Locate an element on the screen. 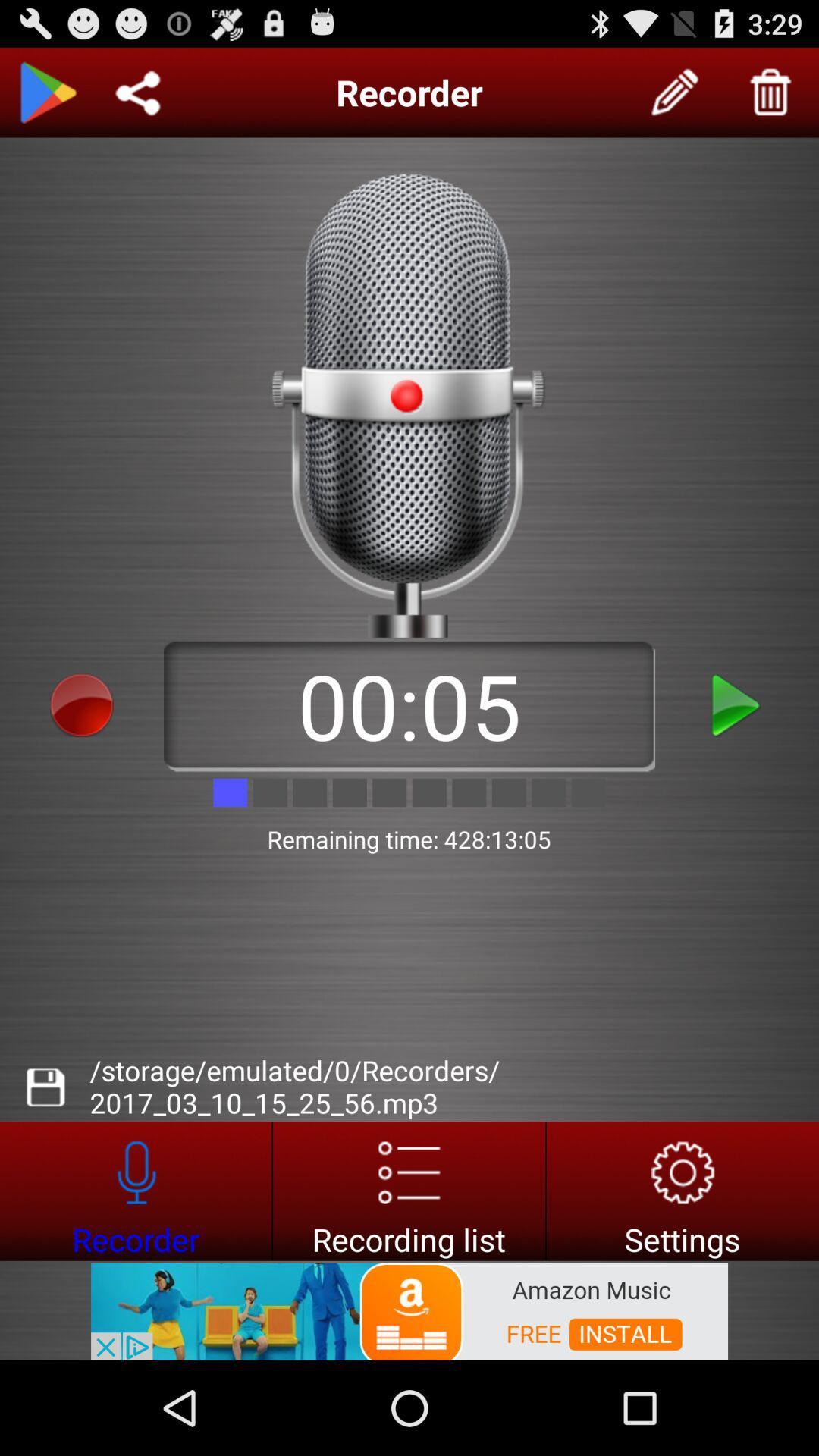  the edit icon is located at coordinates (675, 98).